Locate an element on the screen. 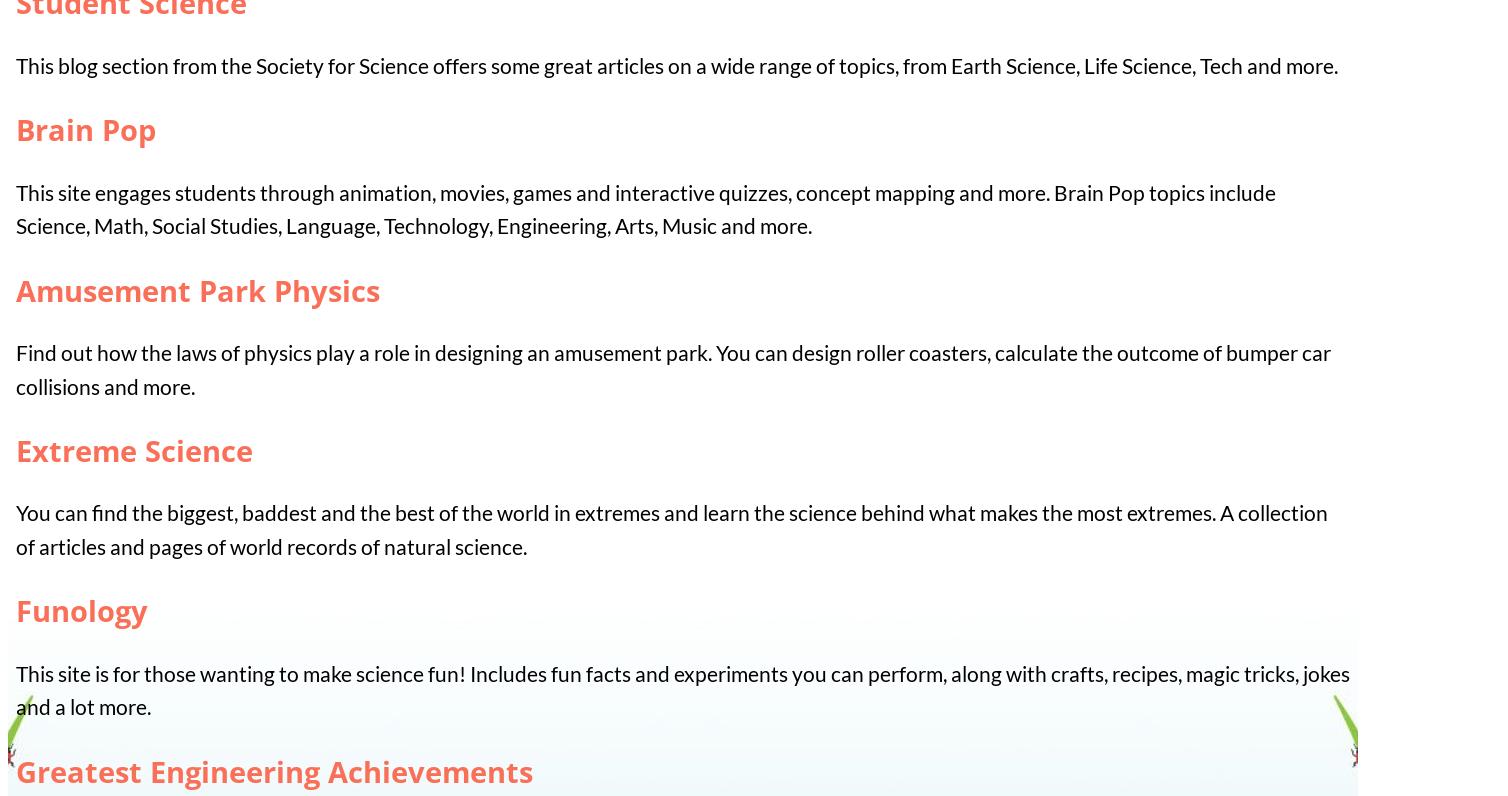 The image size is (1508, 796). 'Funology' is located at coordinates (82, 609).